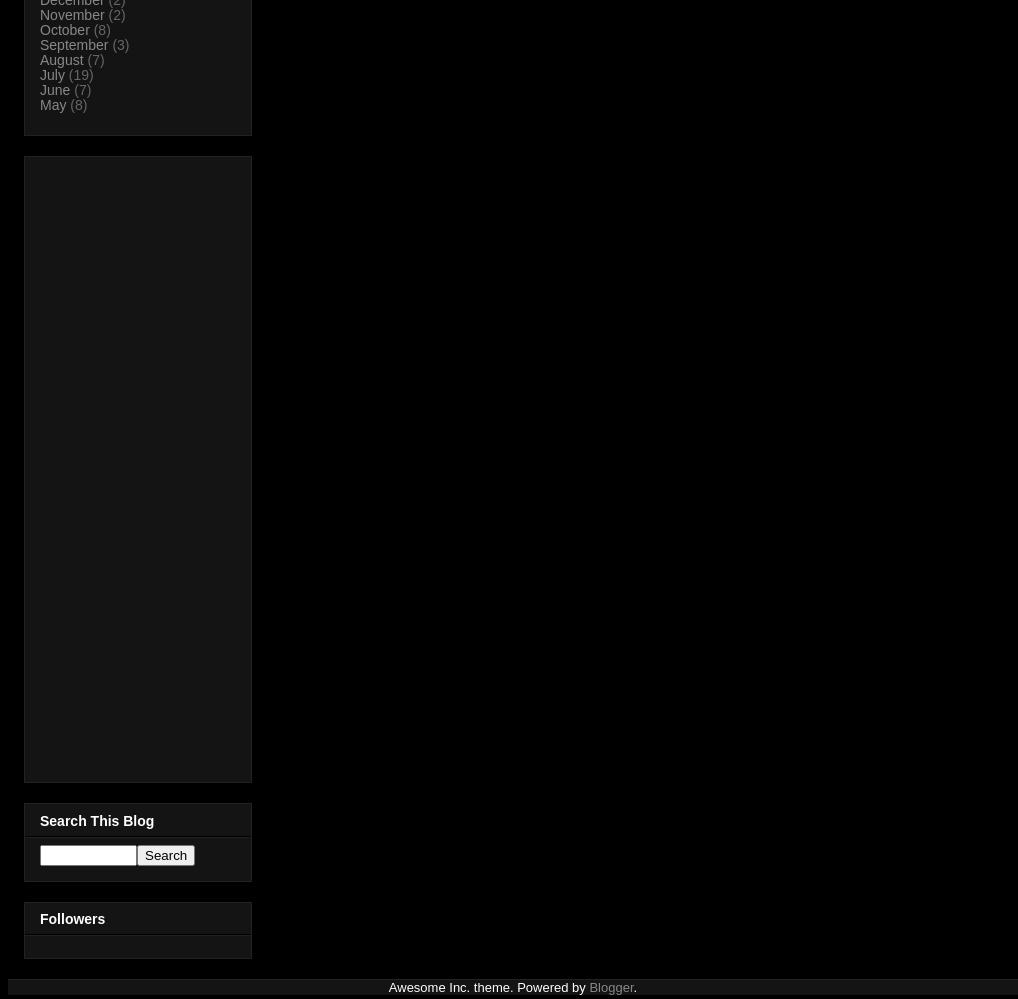 This screenshot has height=999, width=1018. I want to click on 'Followers', so click(39, 918).